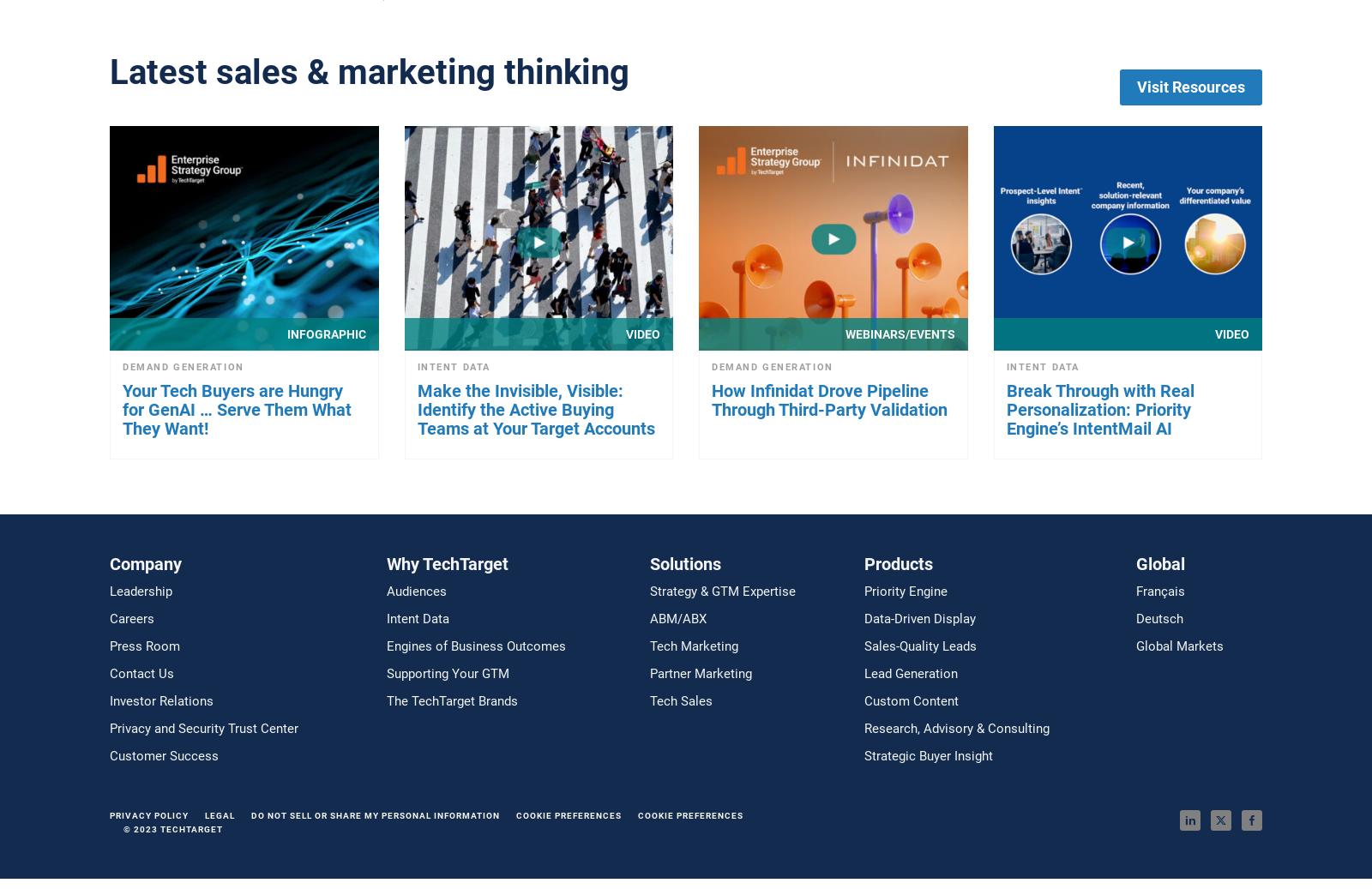  What do you see at coordinates (415, 590) in the screenshot?
I see `'Audiences'` at bounding box center [415, 590].